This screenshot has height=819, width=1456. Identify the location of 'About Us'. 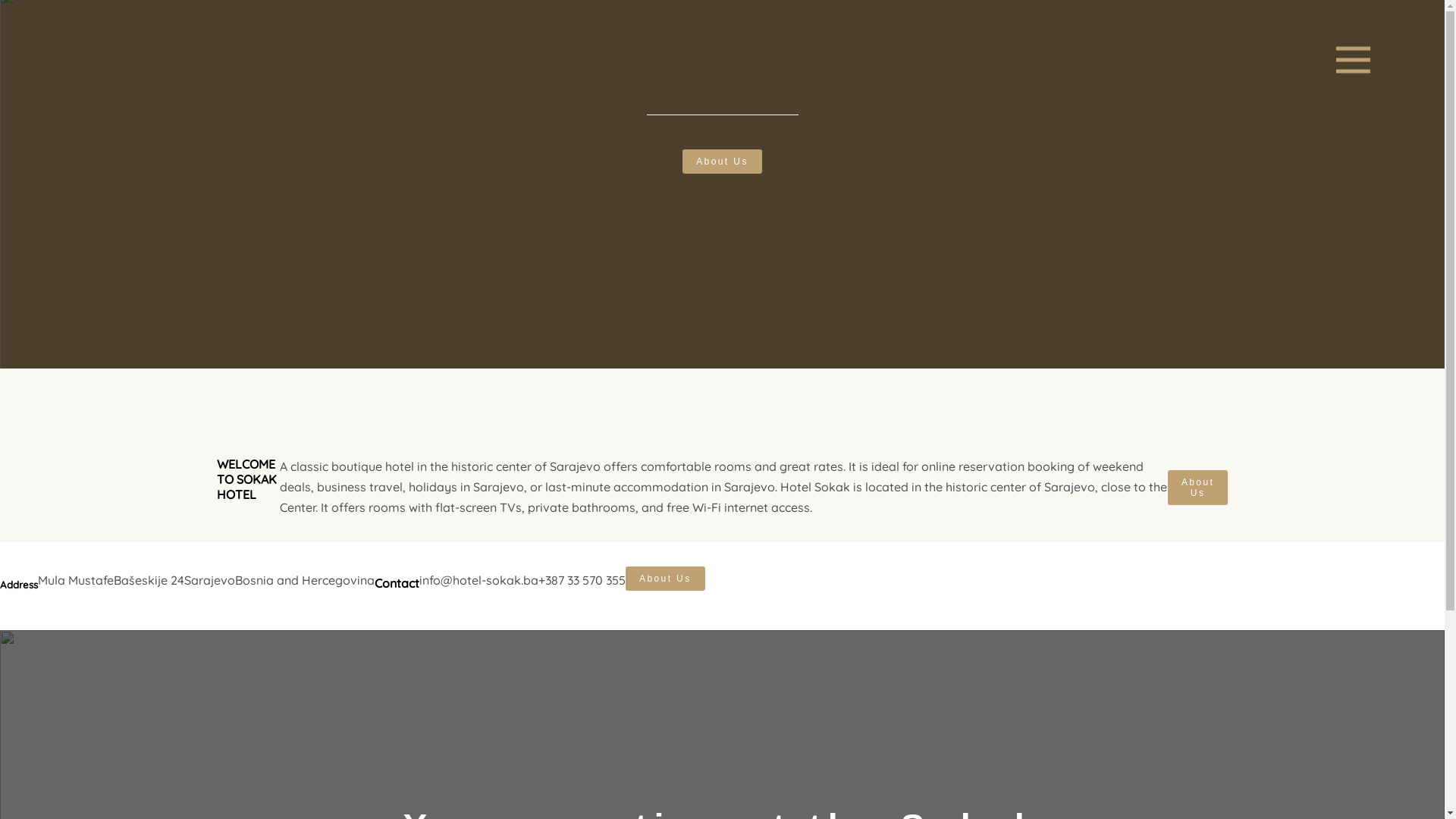
(721, 161).